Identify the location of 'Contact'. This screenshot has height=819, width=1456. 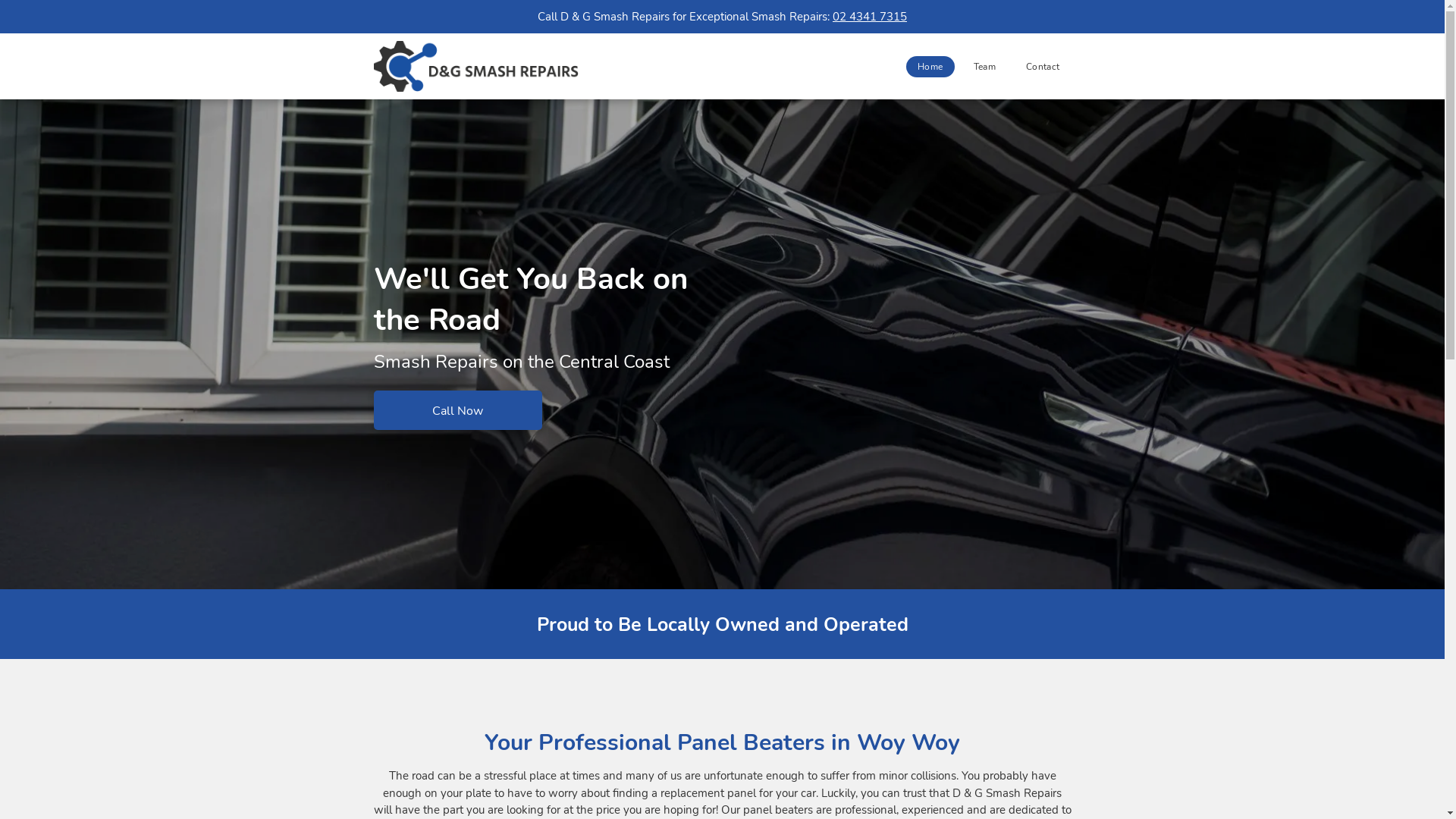
(1042, 66).